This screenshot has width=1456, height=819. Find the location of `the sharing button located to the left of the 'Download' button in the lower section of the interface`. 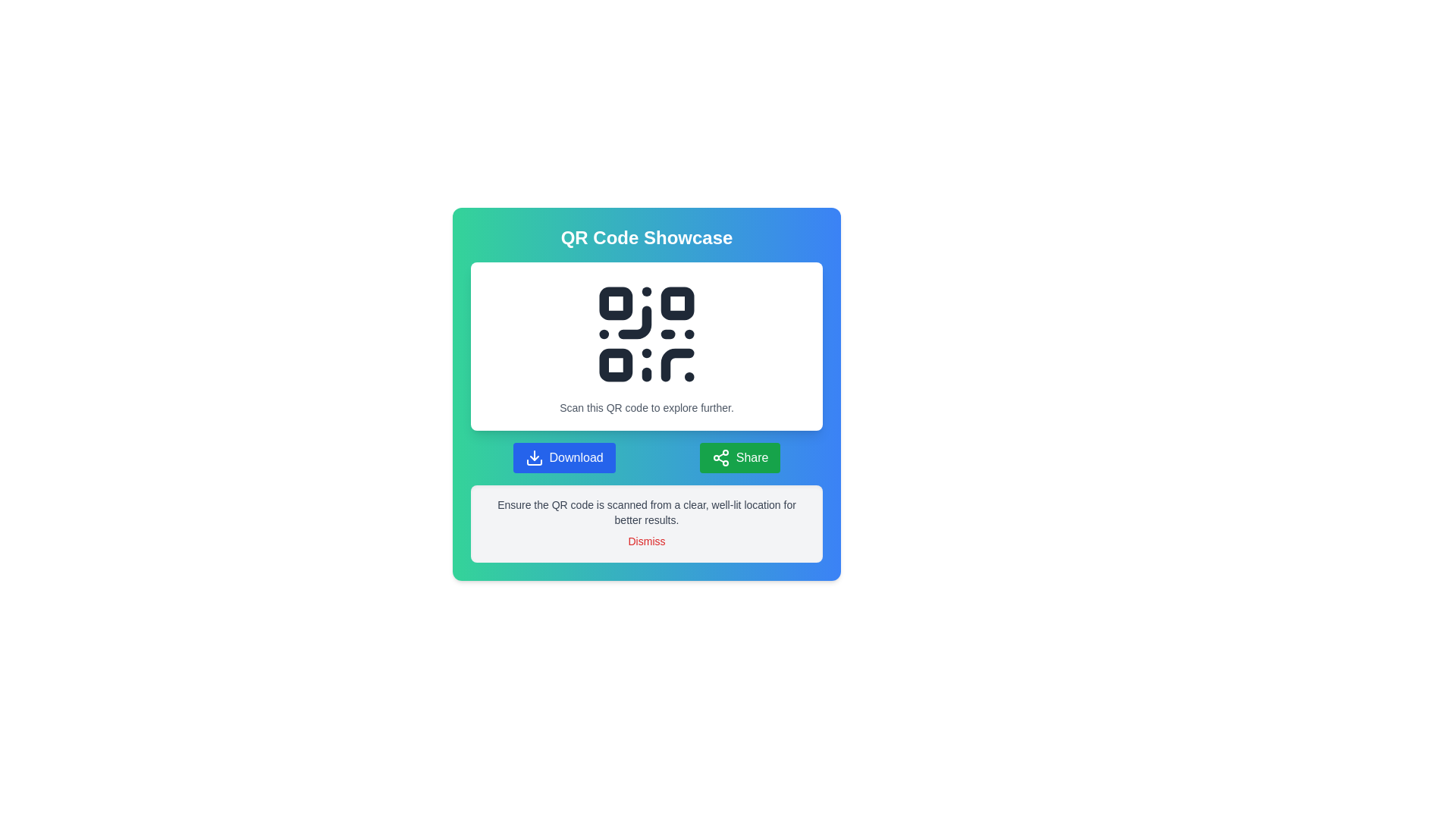

the sharing button located to the left of the 'Download' button in the lower section of the interface is located at coordinates (740, 457).